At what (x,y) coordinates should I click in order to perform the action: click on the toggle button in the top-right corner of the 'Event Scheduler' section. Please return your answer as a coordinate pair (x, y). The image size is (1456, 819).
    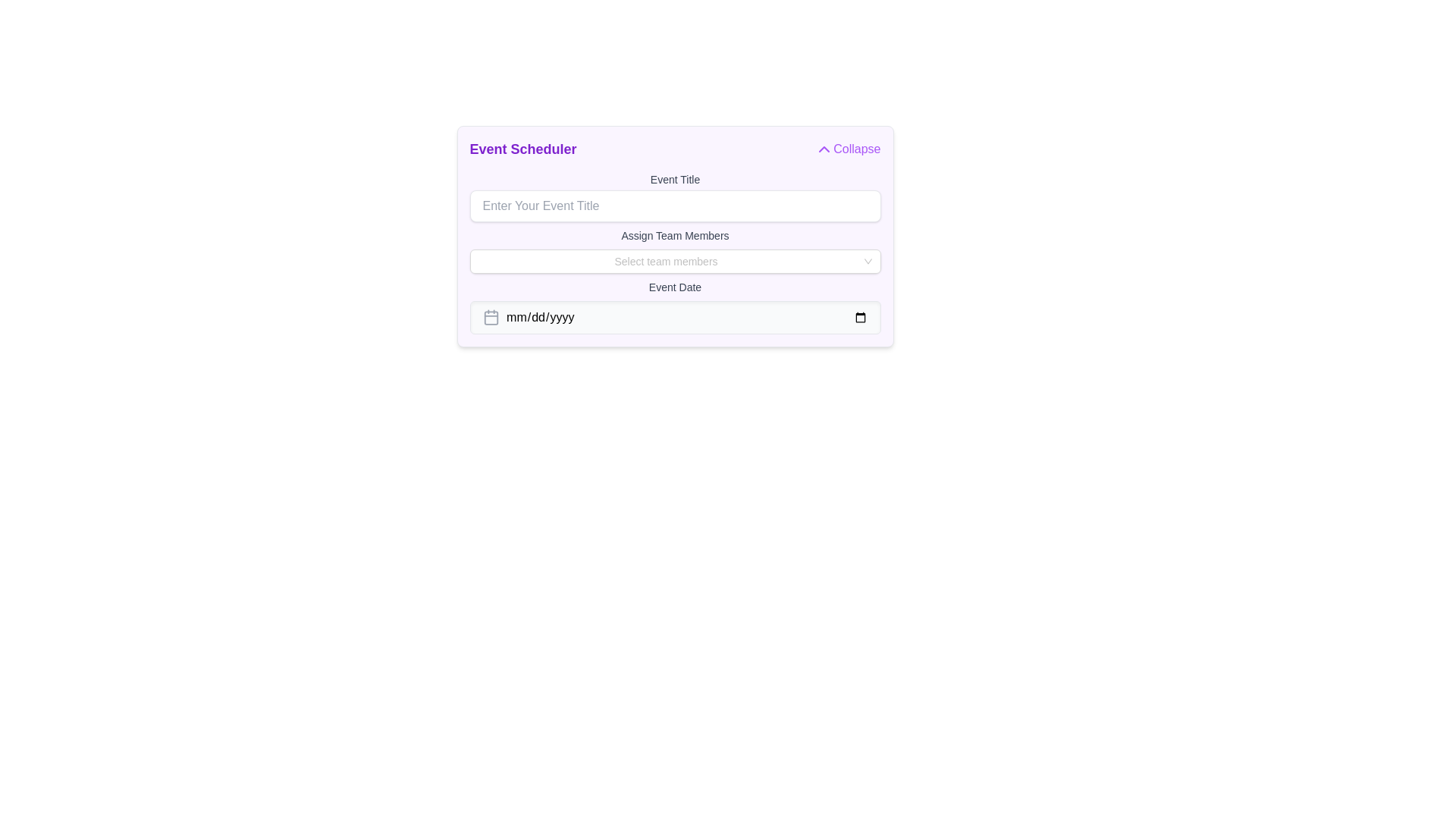
    Looking at the image, I should click on (847, 149).